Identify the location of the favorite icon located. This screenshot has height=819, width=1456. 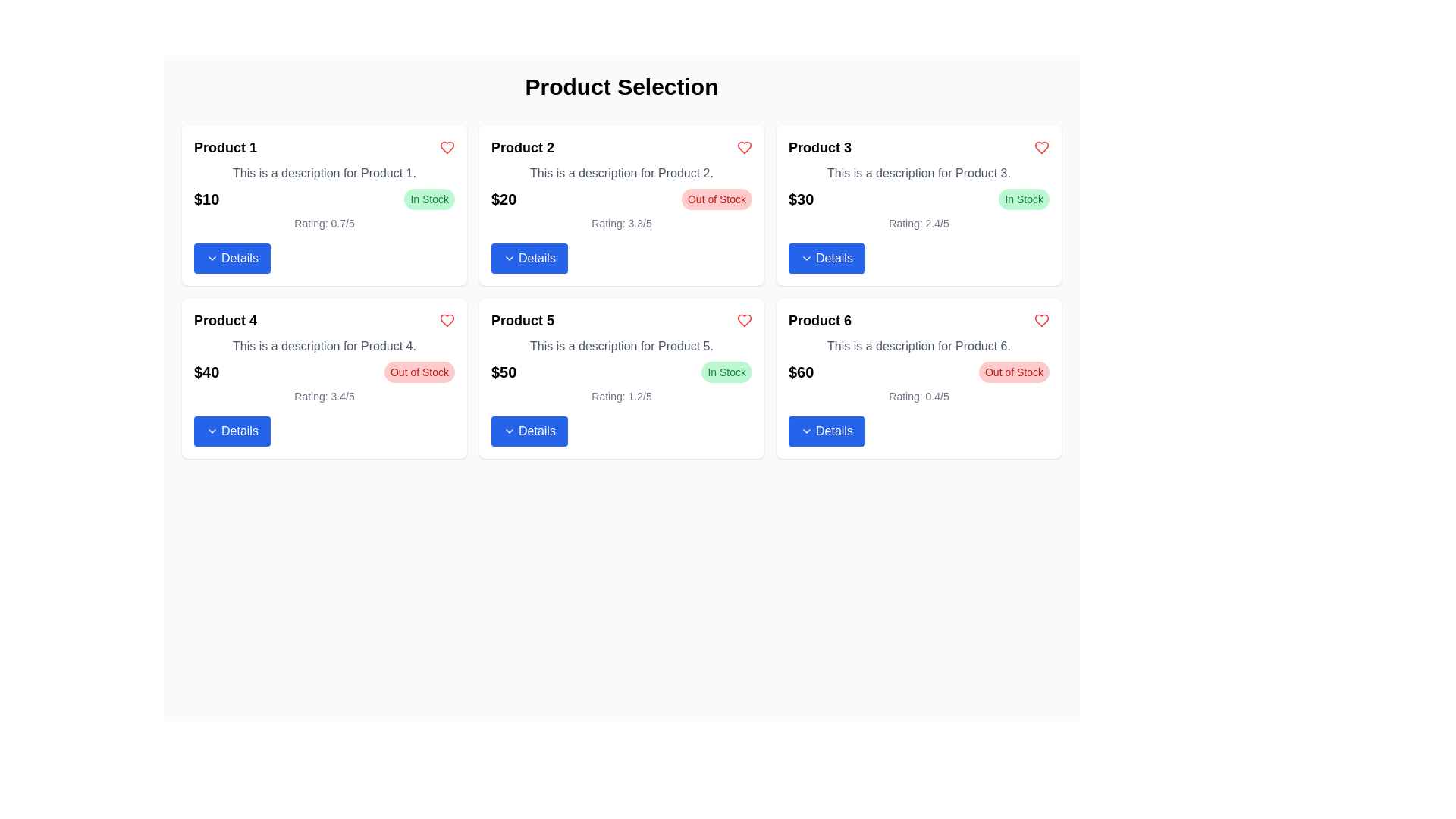
(447, 320).